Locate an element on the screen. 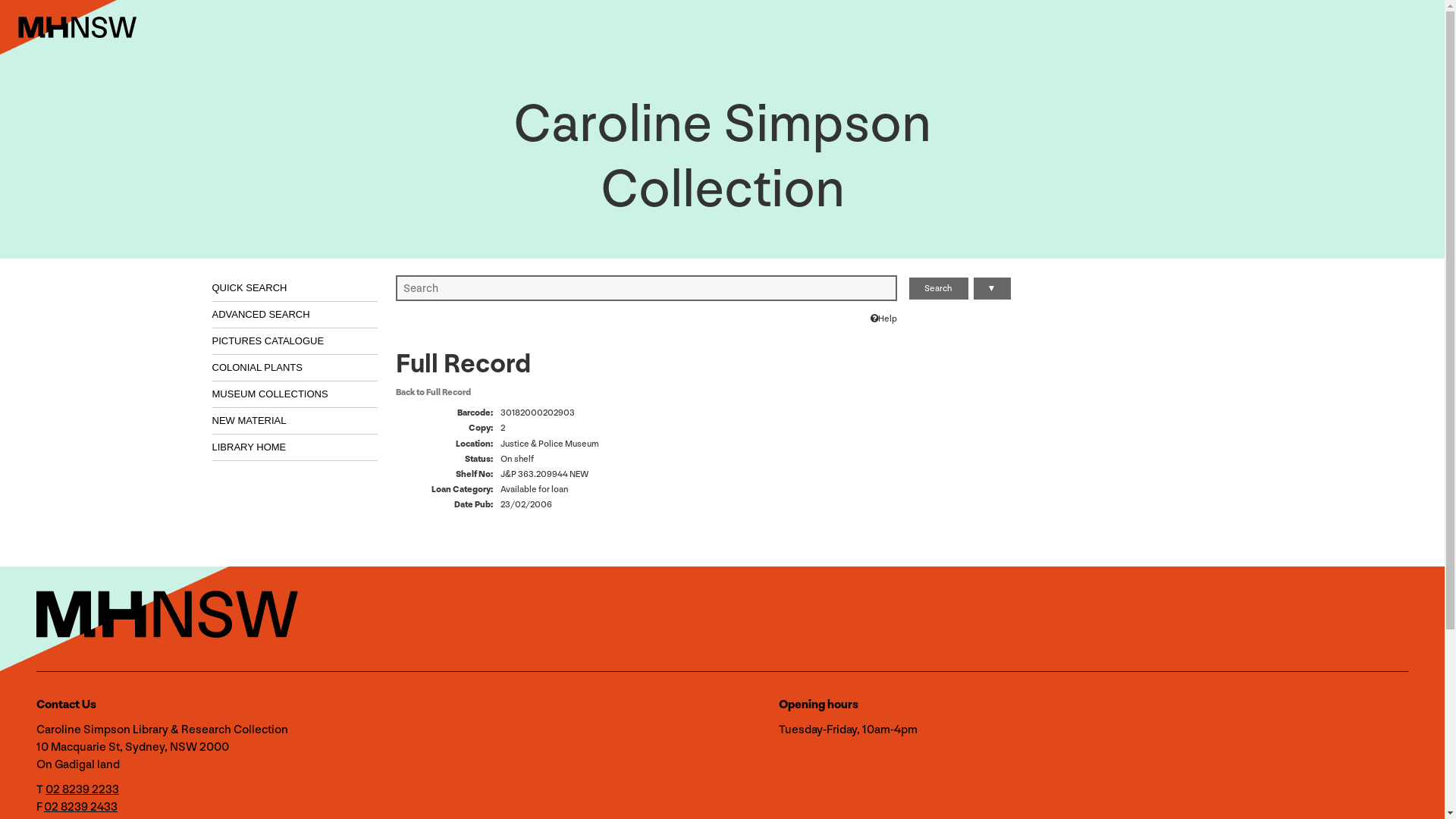 The width and height of the screenshot is (1456, 819). 'Search' is located at coordinates (938, 288).